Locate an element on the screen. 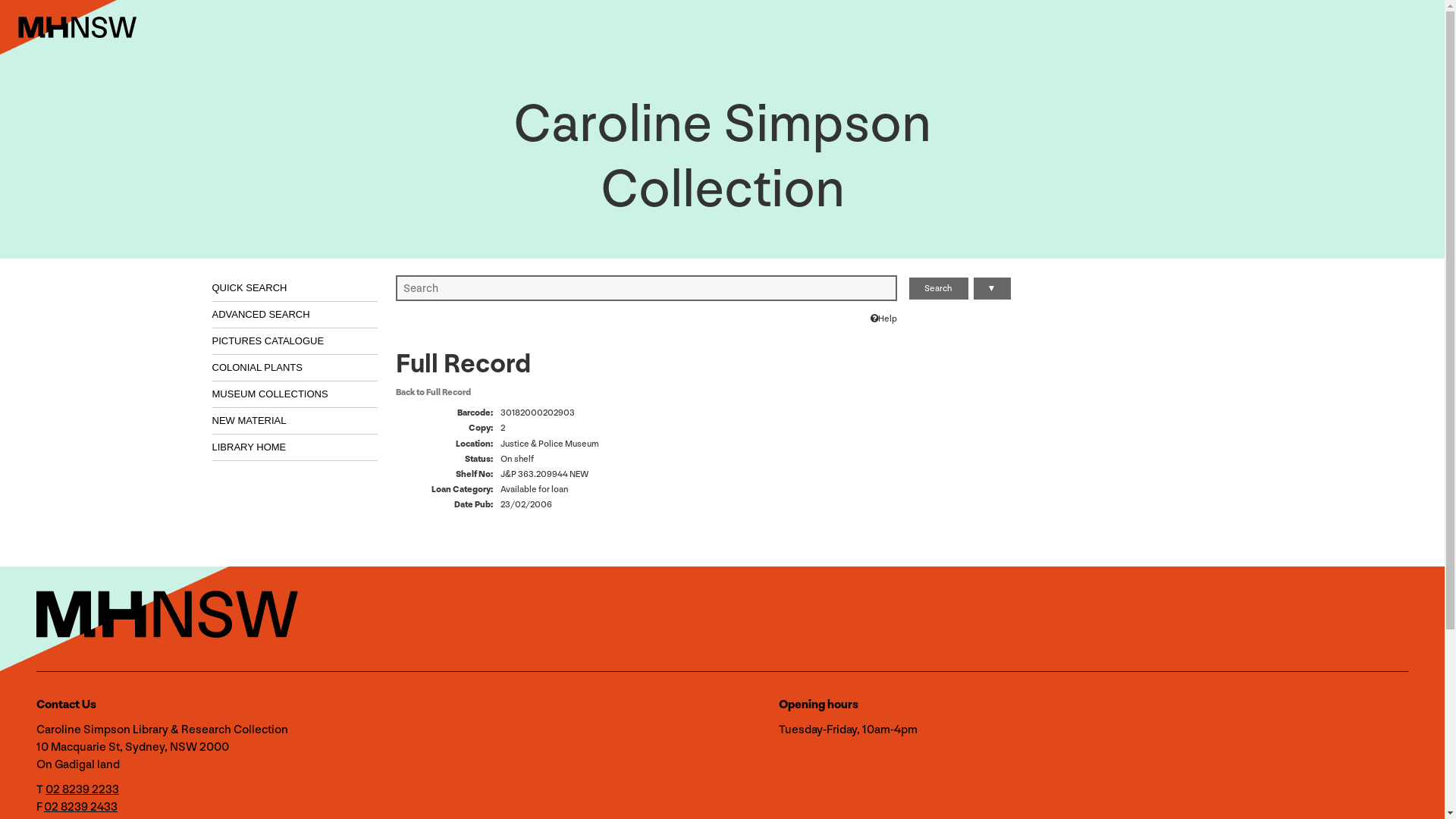 The width and height of the screenshot is (1456, 819). 'Search' is located at coordinates (938, 288).